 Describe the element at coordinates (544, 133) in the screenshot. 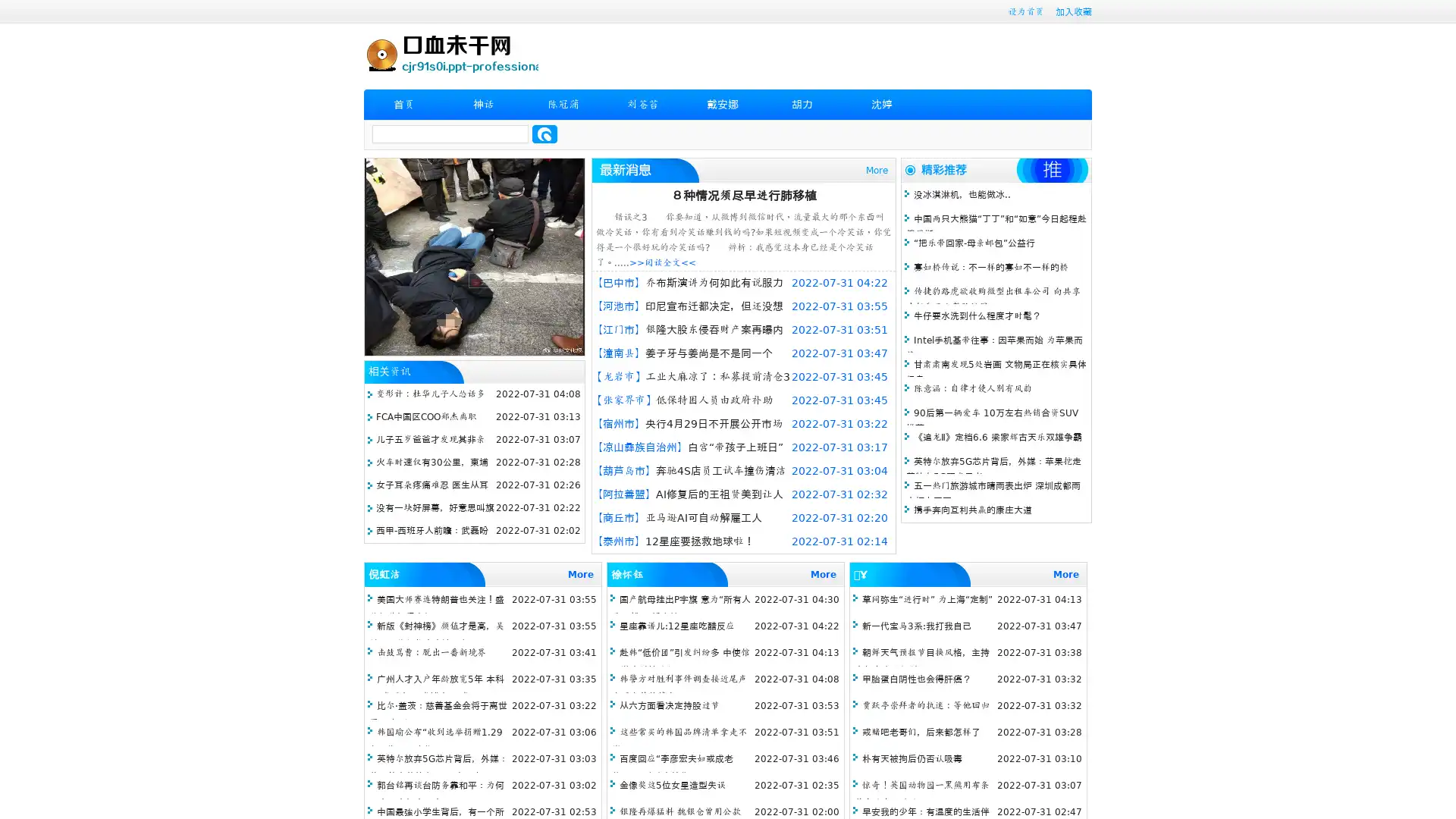

I see `Search` at that location.